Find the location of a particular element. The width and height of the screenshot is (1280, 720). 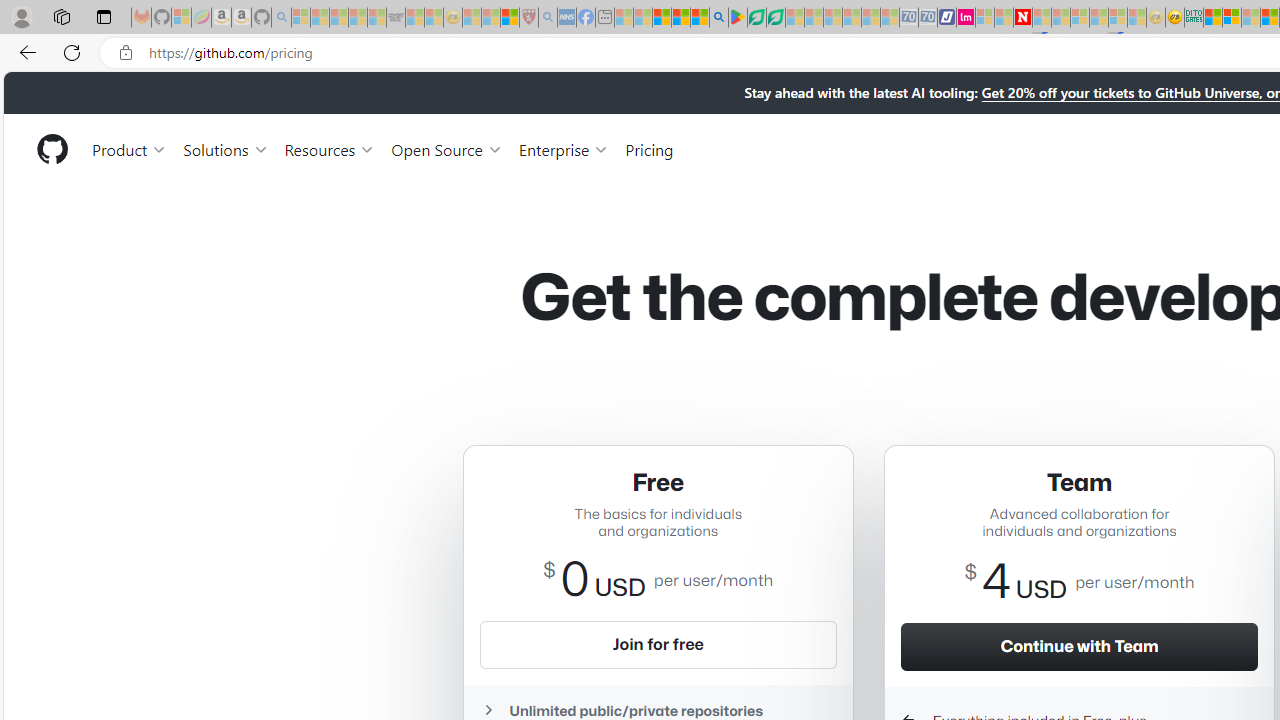

'Product' is located at coordinates (129, 148).